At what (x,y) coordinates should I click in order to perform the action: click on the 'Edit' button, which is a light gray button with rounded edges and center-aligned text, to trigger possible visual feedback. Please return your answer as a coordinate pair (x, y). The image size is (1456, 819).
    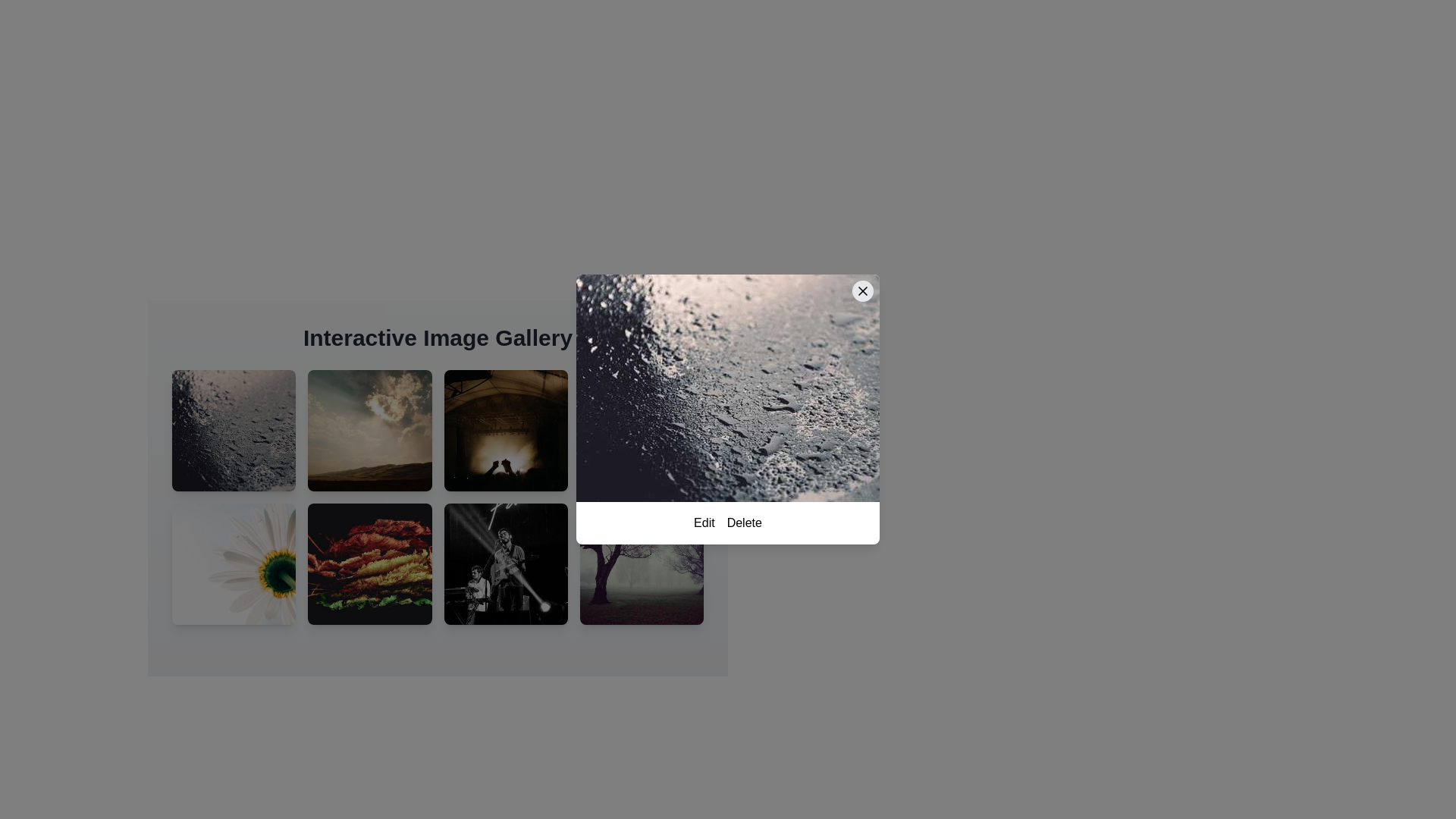
    Looking at the image, I should click on (703, 522).